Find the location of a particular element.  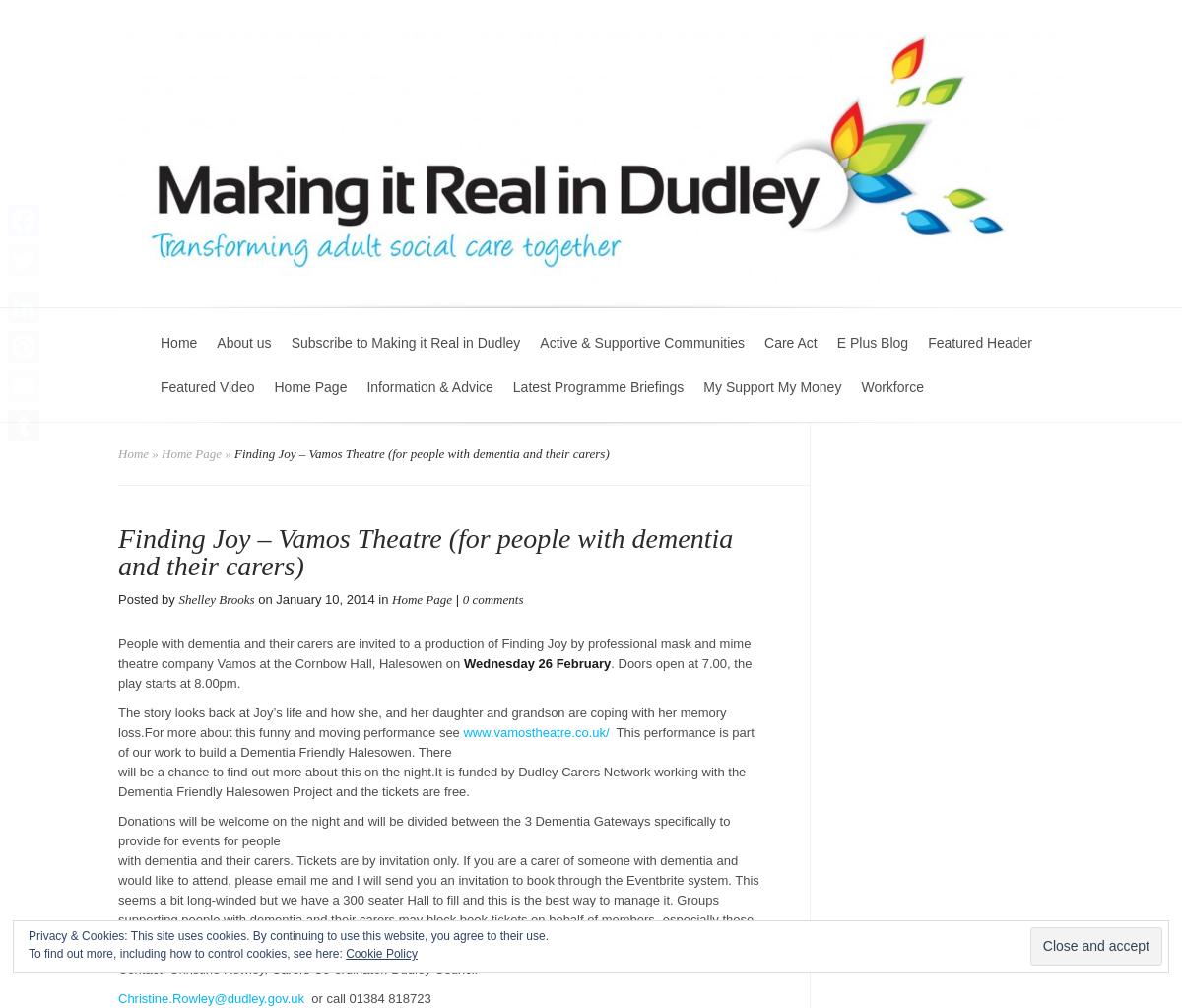

'Cookie Policy' is located at coordinates (381, 953).